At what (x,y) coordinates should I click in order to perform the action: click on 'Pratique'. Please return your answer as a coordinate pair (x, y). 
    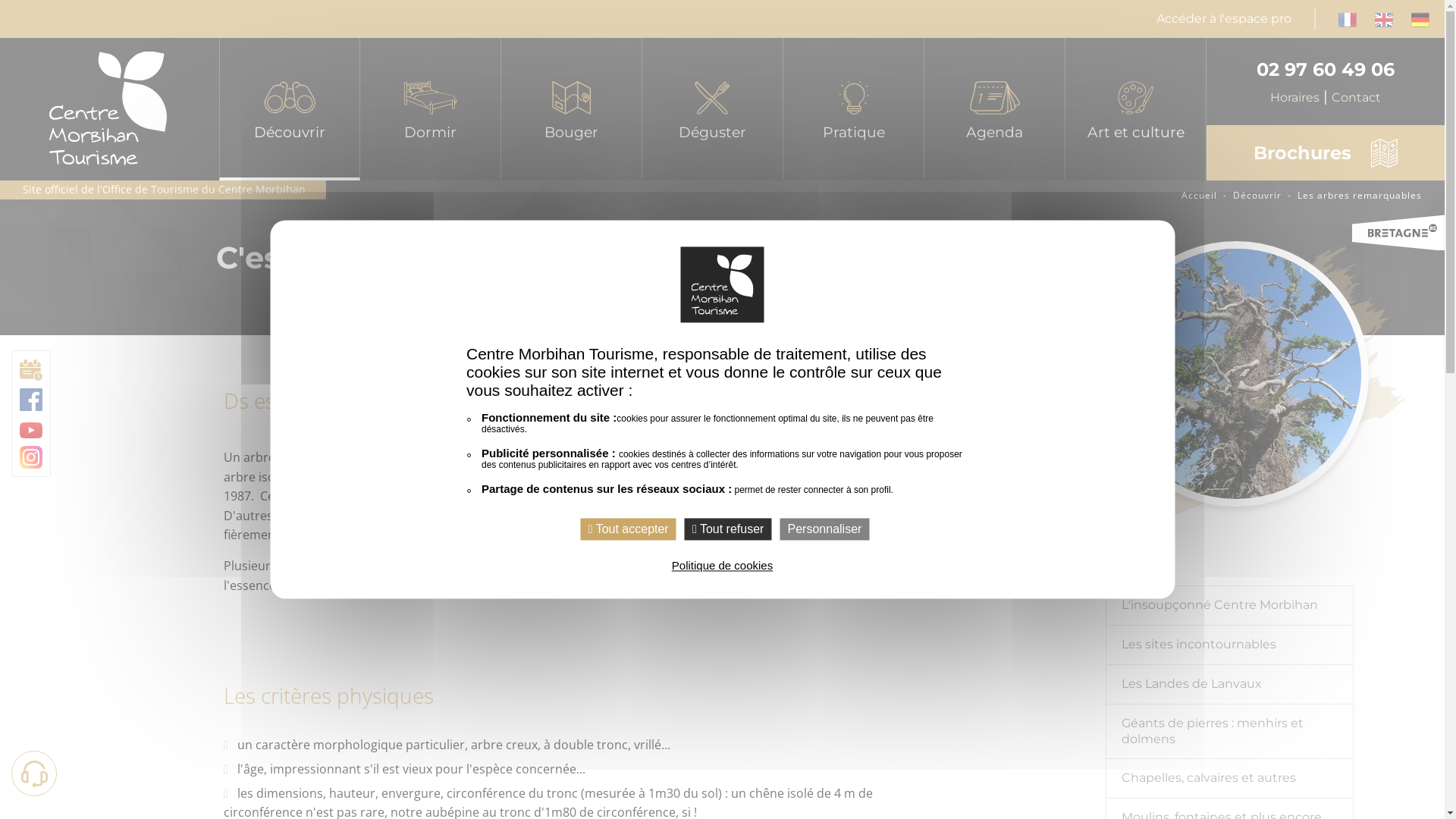
    Looking at the image, I should click on (854, 108).